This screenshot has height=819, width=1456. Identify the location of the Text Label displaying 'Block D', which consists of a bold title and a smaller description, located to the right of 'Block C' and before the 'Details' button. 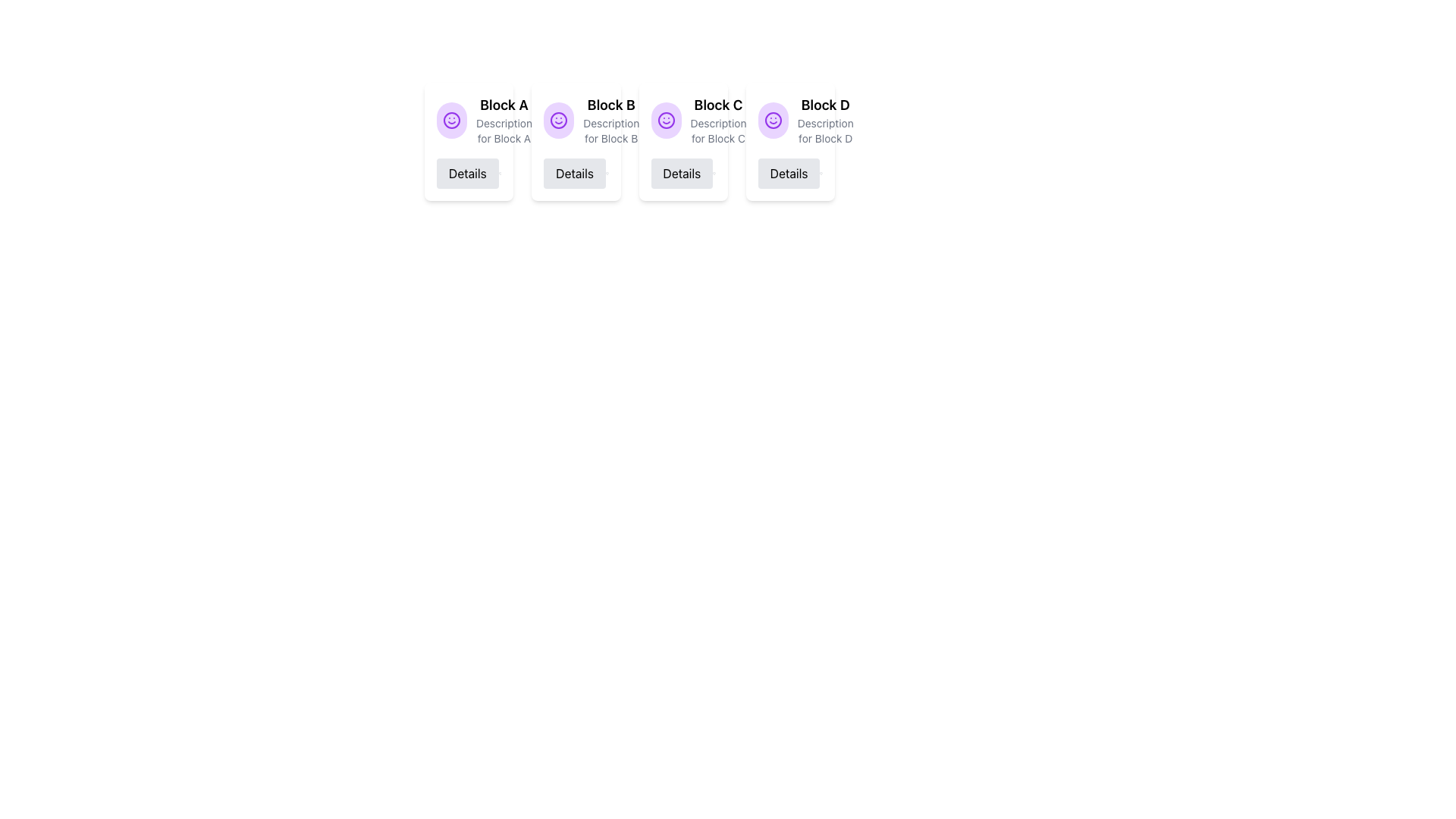
(824, 119).